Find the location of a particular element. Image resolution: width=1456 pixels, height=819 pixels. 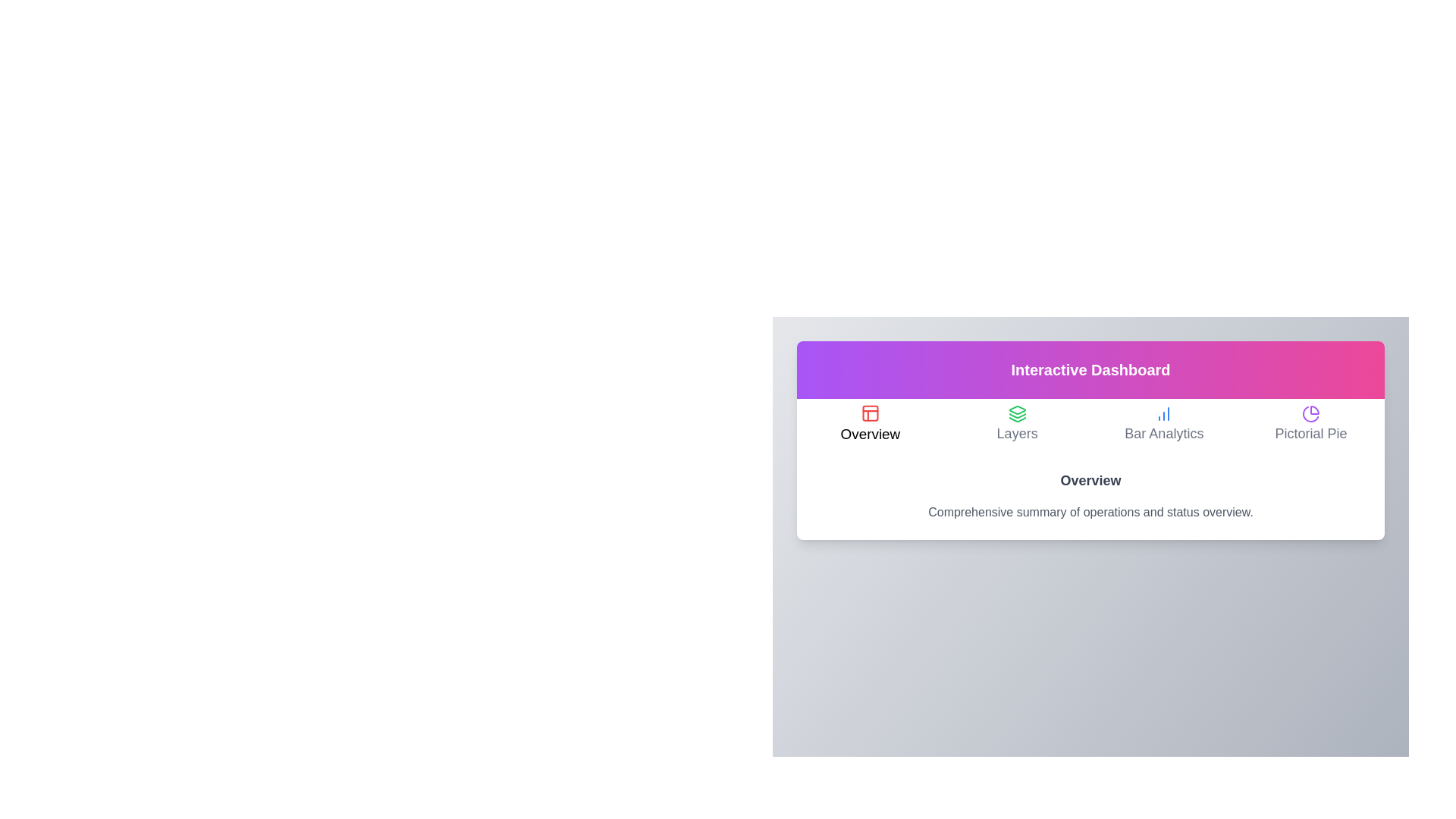

the Bar Analytics tab is located at coordinates (1163, 425).